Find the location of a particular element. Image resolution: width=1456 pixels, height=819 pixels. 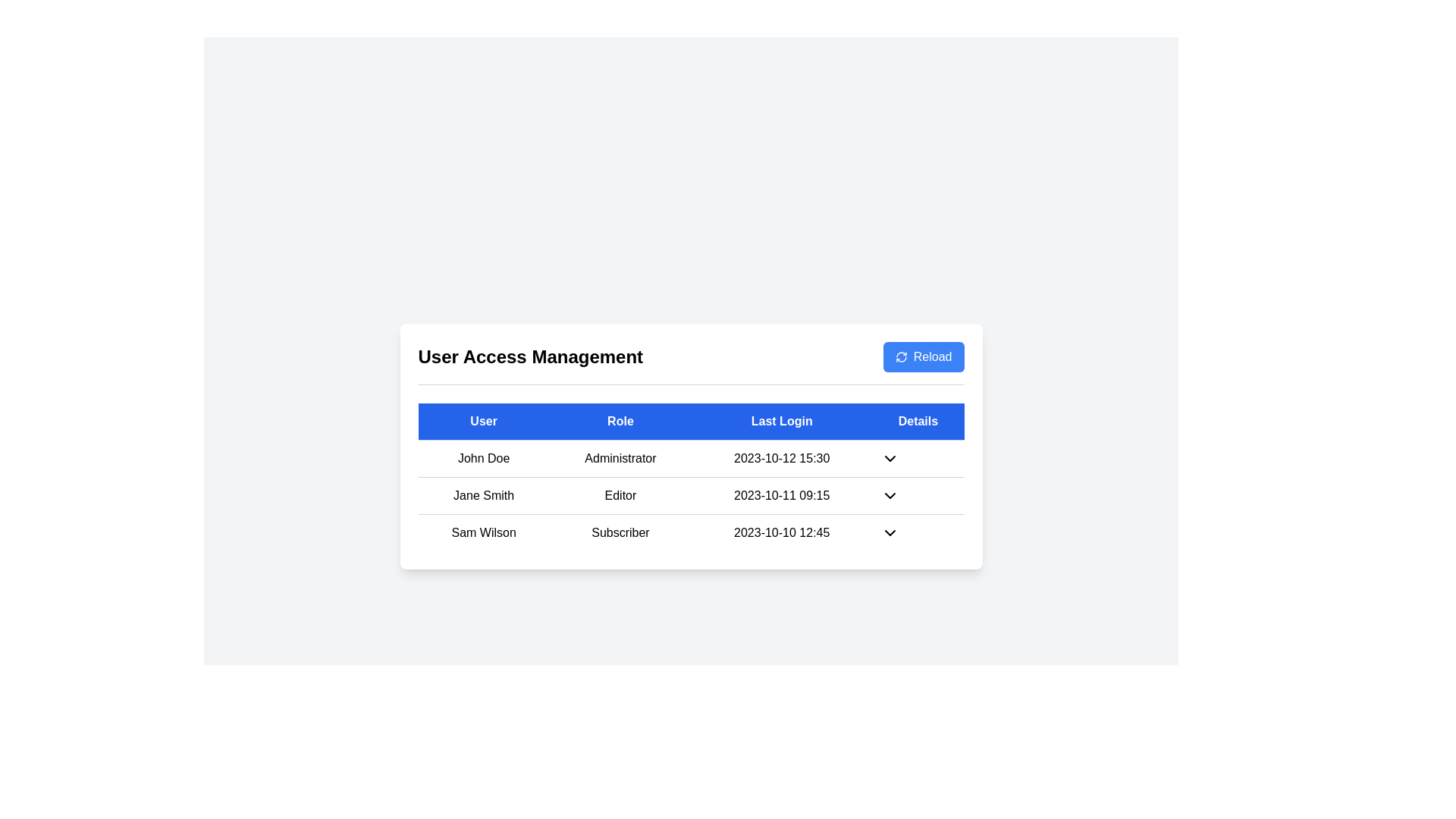

the last login timestamp text element for the user 'Sam Wilson' in the 'Last Login' column of the data table is located at coordinates (782, 532).